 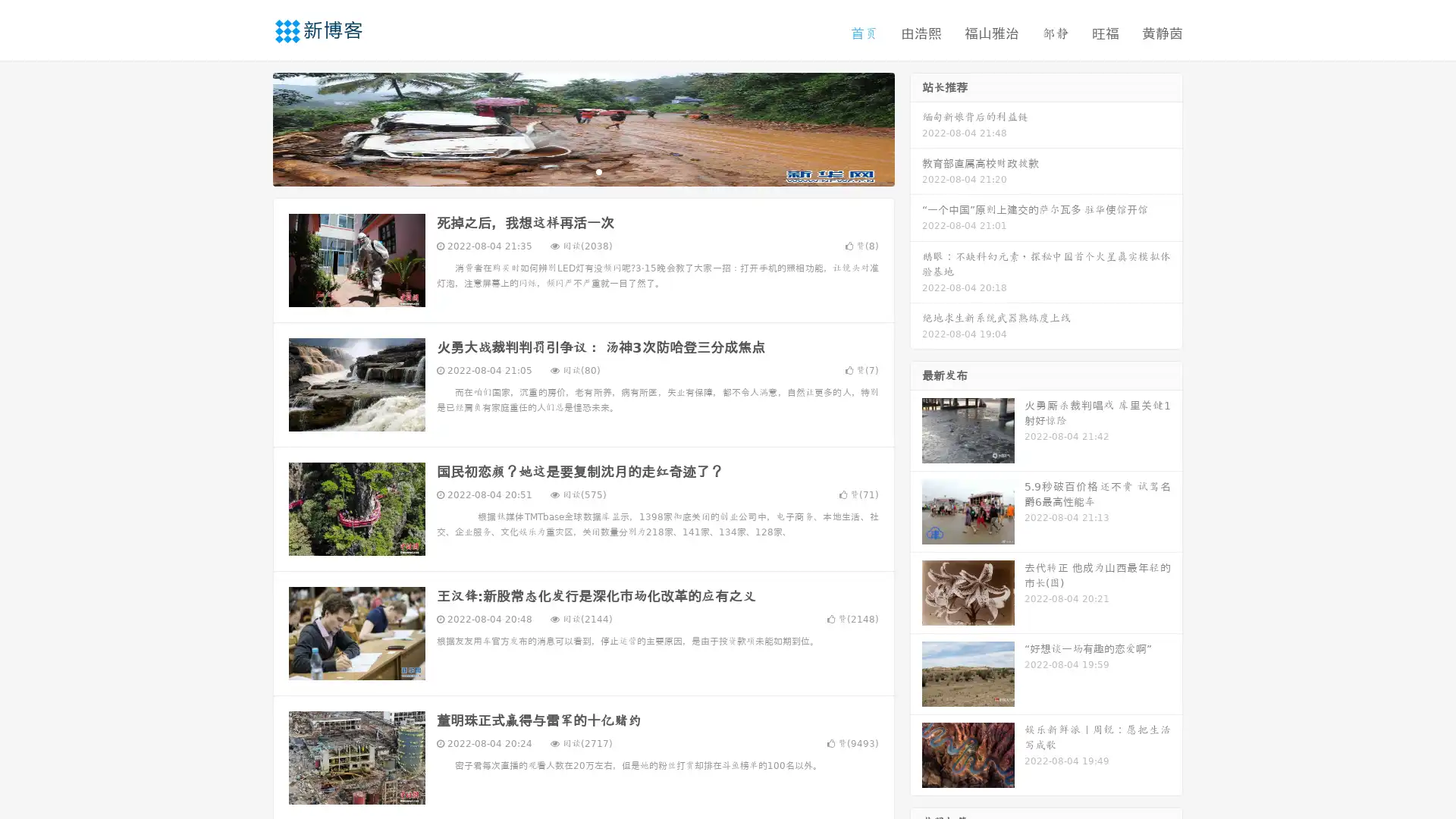 What do you see at coordinates (582, 171) in the screenshot?
I see `Go to slide 2` at bounding box center [582, 171].